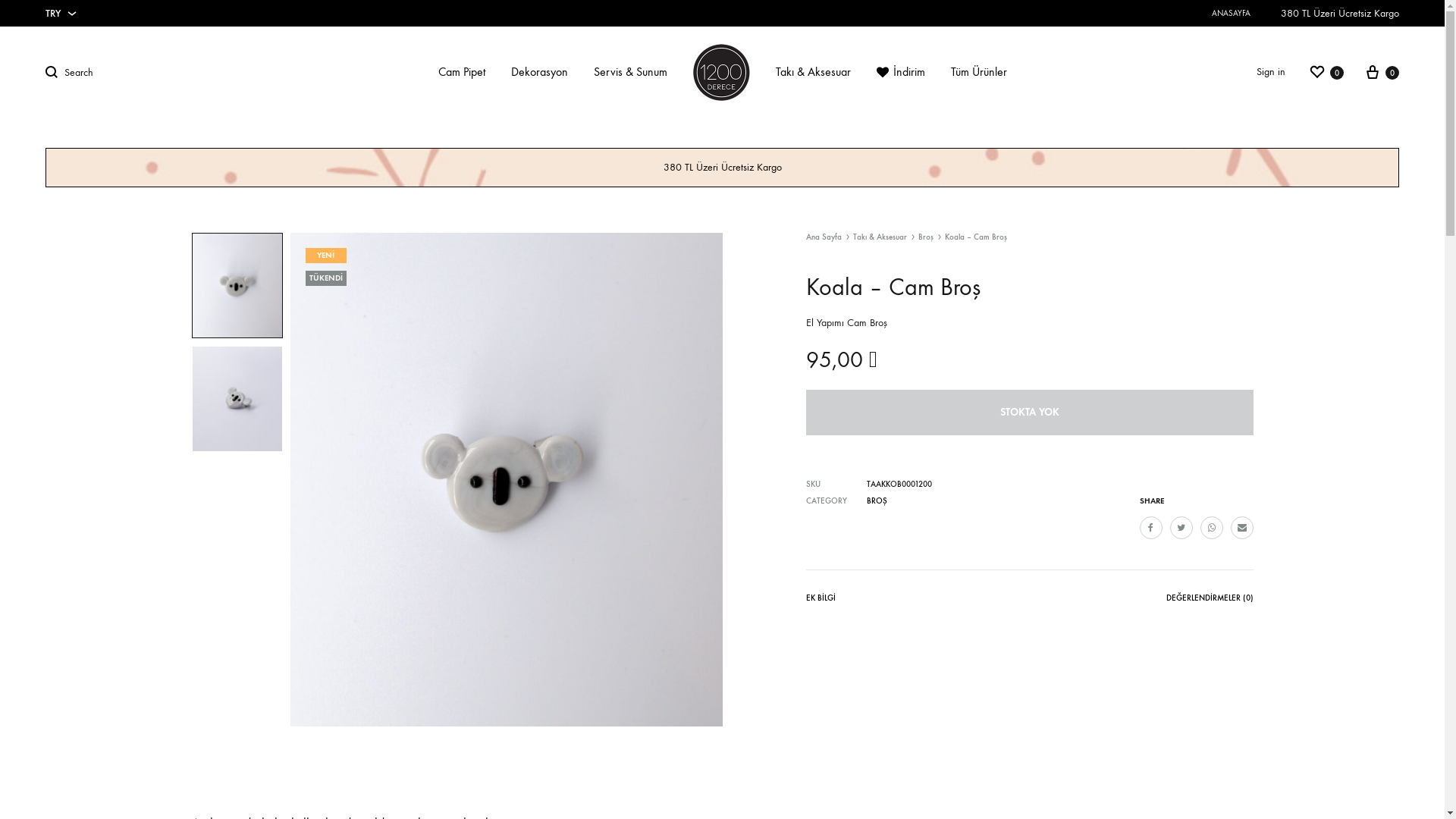 This screenshot has height=819, width=1456. Describe the element at coordinates (1270, 72) in the screenshot. I see `'Sign in'` at that location.